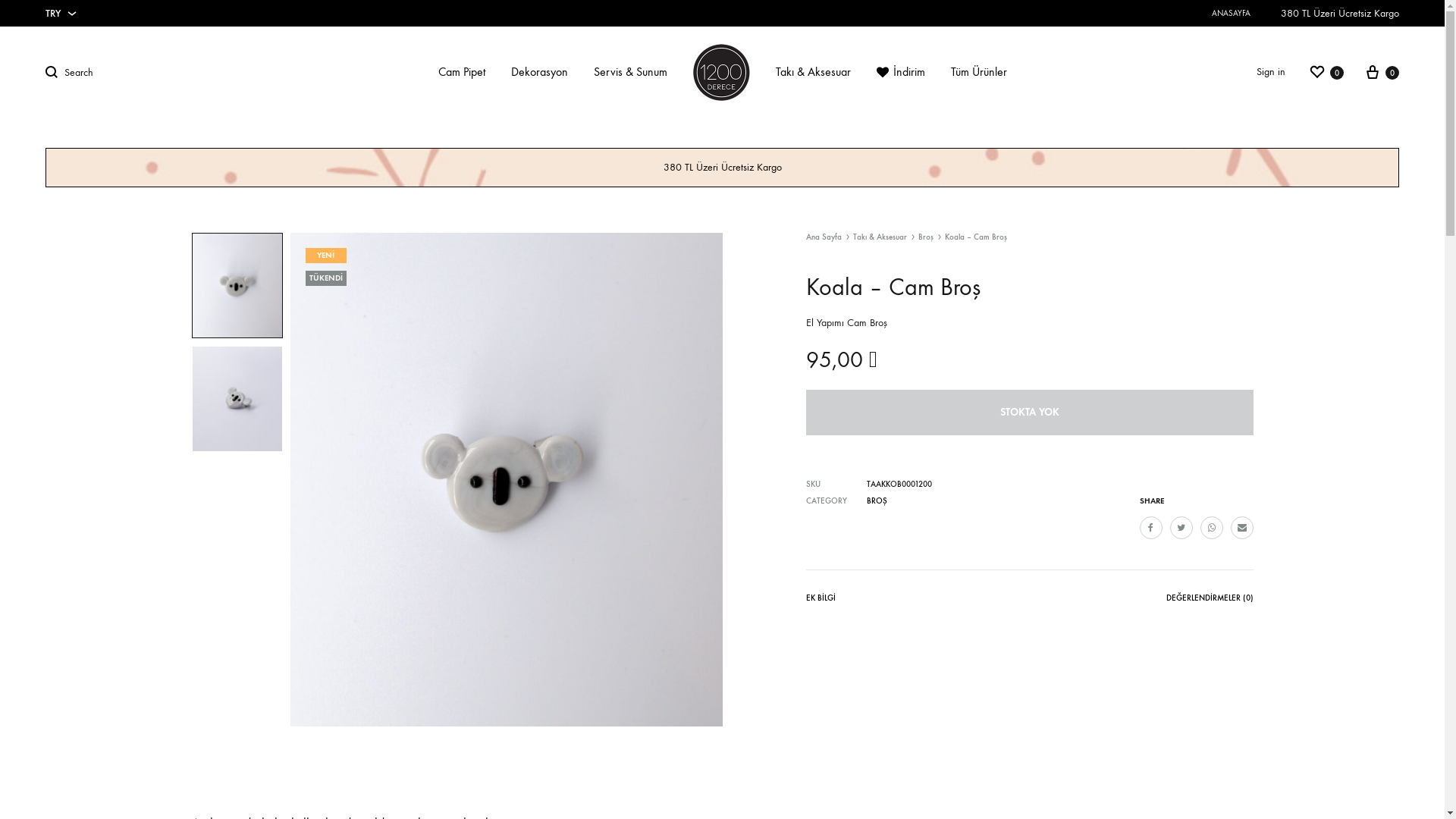 This screenshot has height=819, width=1456. Describe the element at coordinates (1270, 72) in the screenshot. I see `'Sign in'` at that location.